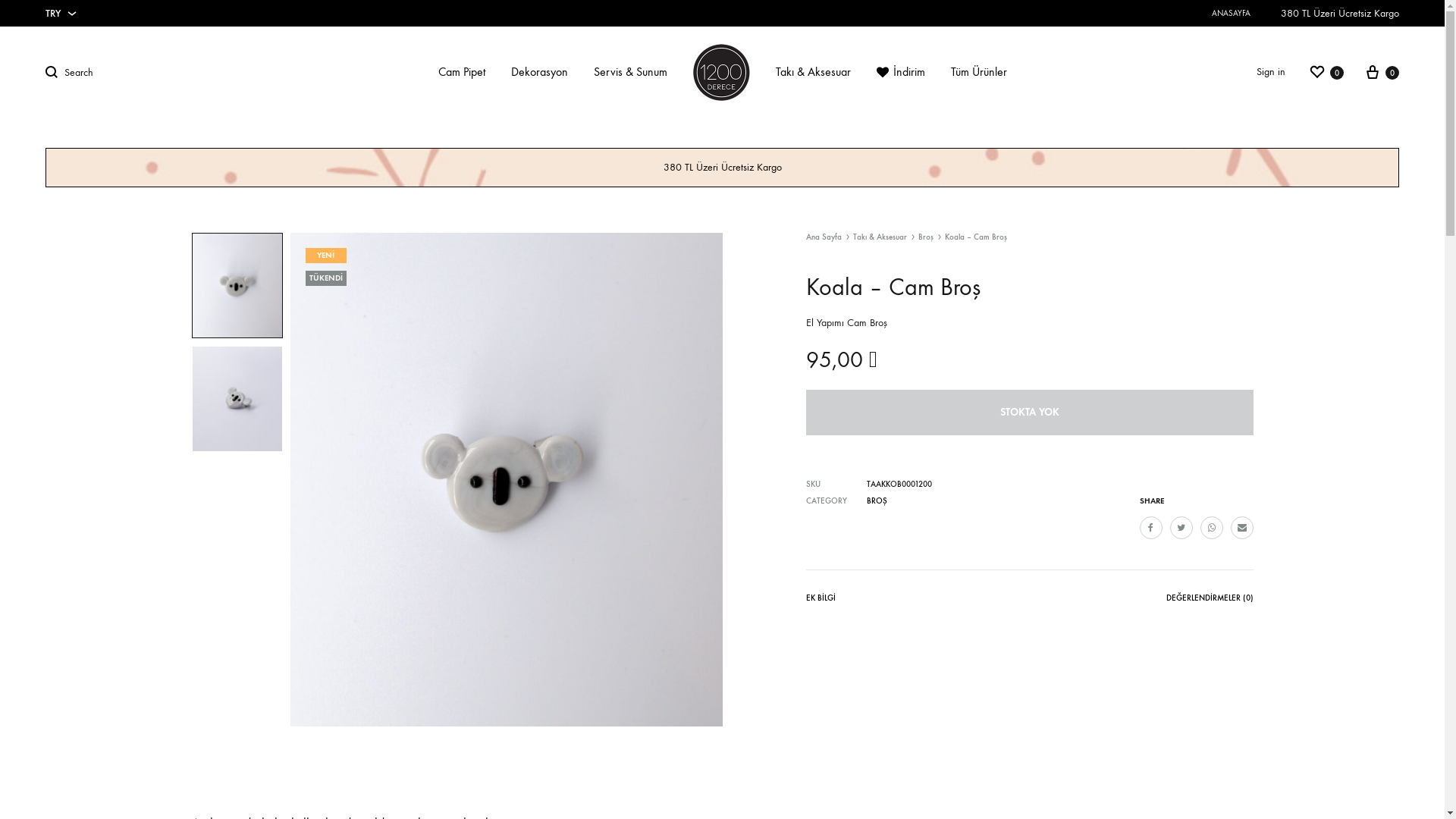 This screenshot has height=819, width=1456. Describe the element at coordinates (1270, 72) in the screenshot. I see `'Sign in'` at that location.